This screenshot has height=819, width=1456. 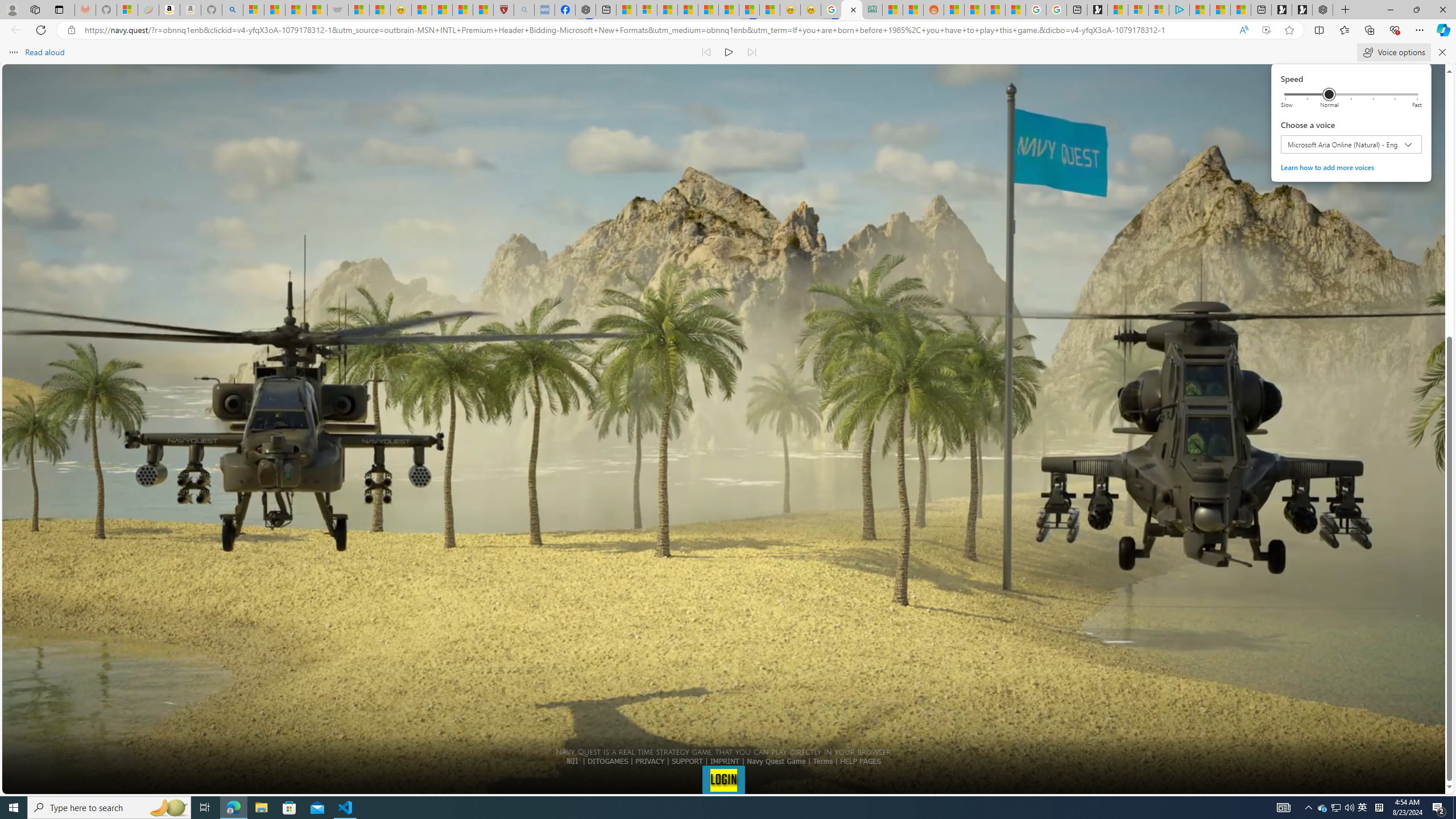 What do you see at coordinates (127, 9) in the screenshot?
I see `'Microsoft-Report a Concern to Bing'` at bounding box center [127, 9].